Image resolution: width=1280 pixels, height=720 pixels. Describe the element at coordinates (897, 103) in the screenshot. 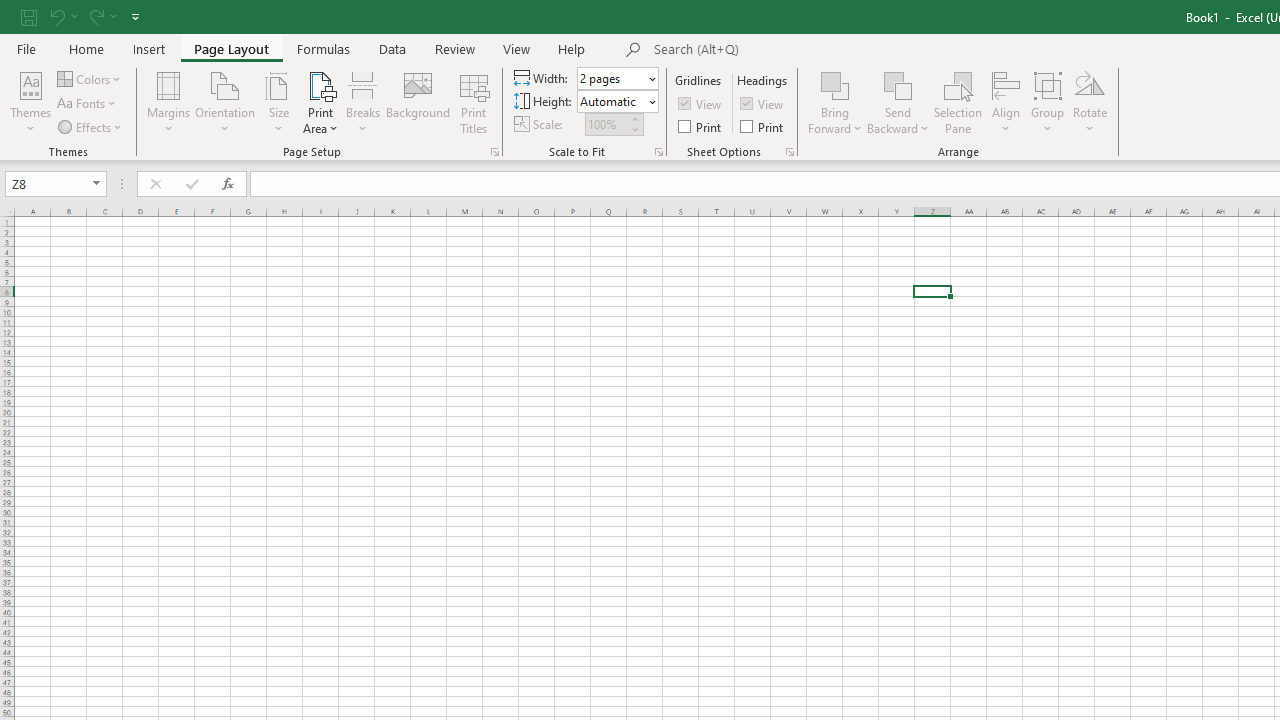

I see `'Send Backward'` at that location.